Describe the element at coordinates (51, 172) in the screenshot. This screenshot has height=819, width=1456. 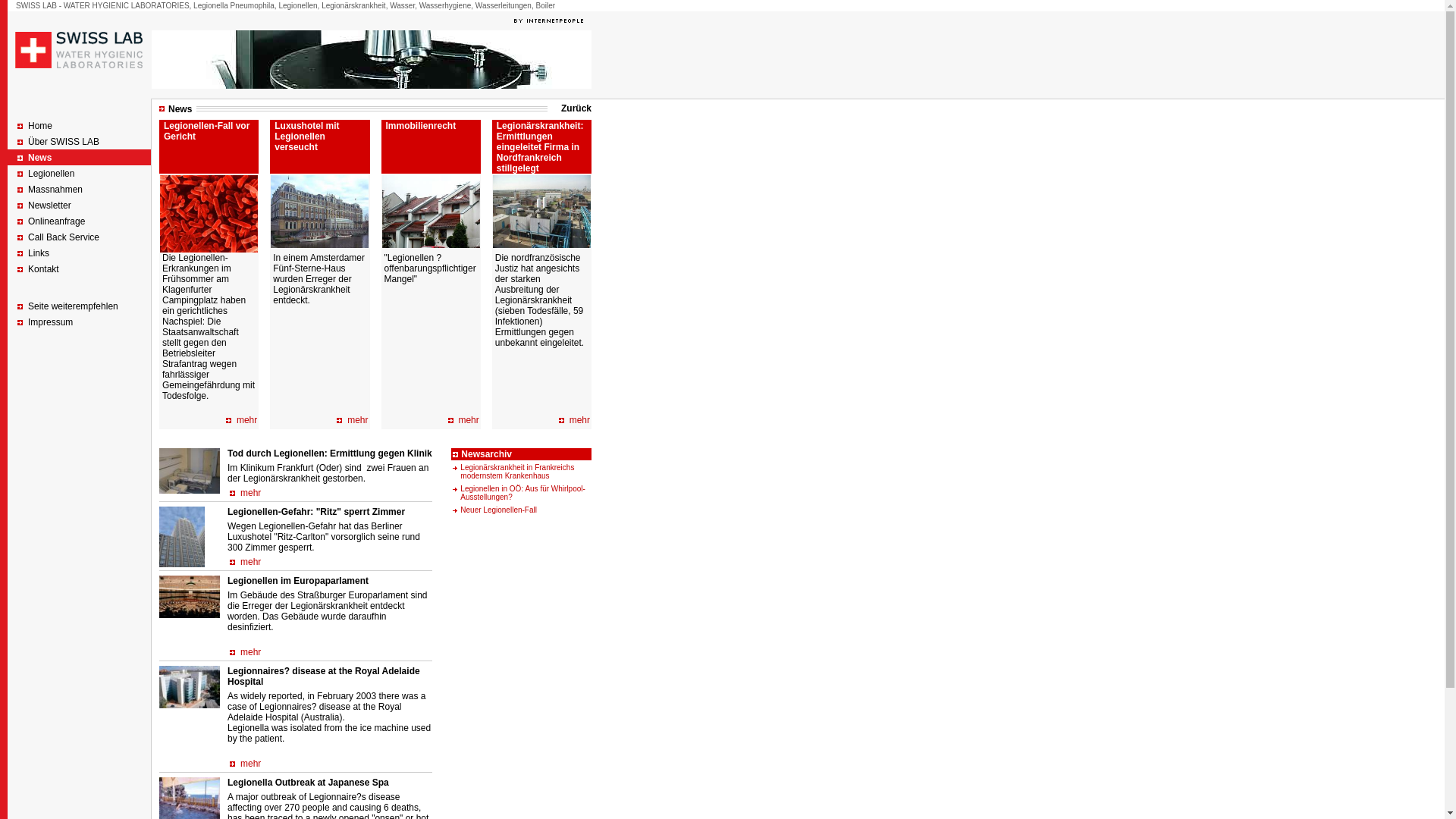
I see `'Legionellen'` at that location.